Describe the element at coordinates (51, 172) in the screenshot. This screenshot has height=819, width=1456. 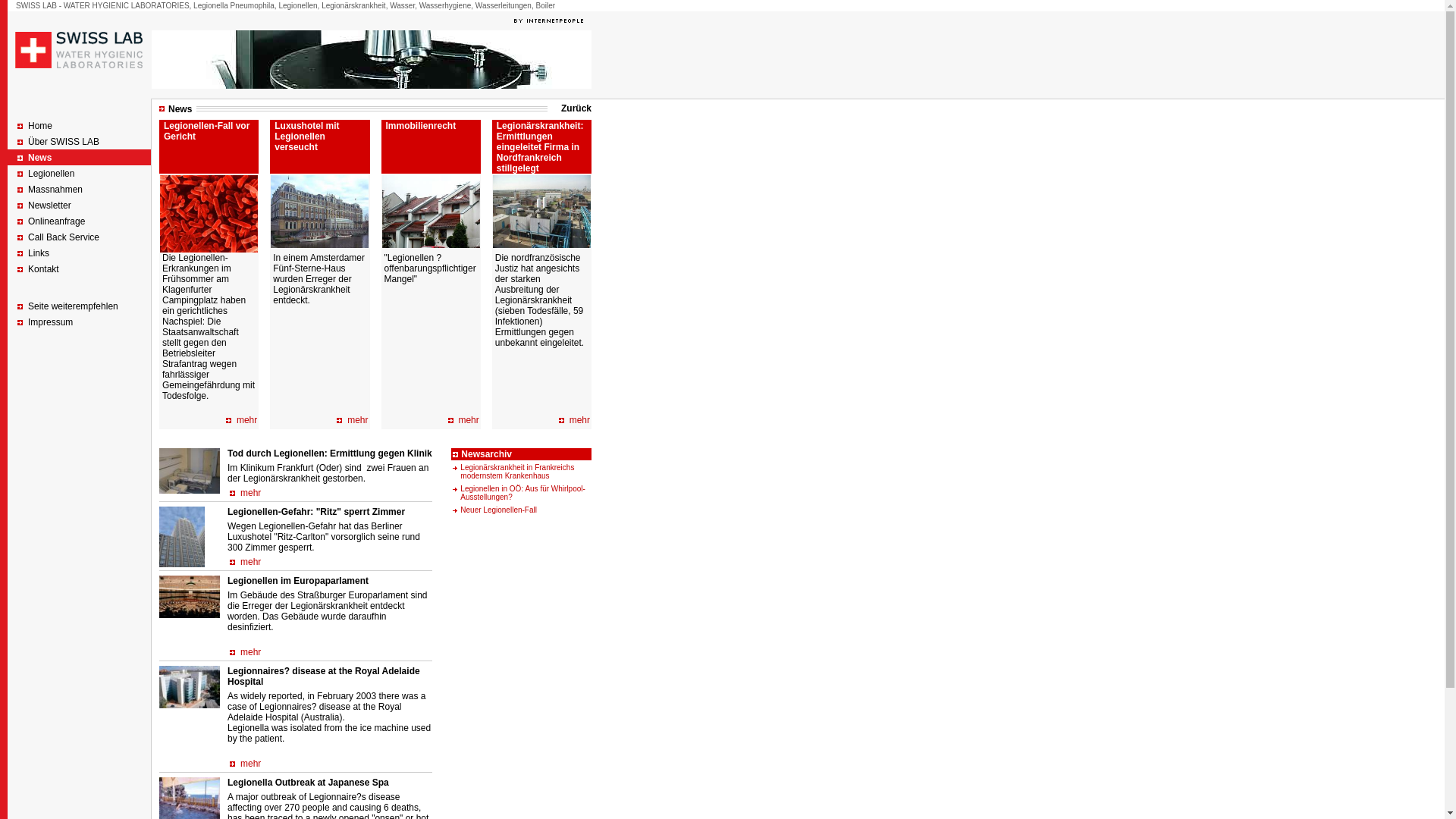
I see `'Legionellen'` at that location.